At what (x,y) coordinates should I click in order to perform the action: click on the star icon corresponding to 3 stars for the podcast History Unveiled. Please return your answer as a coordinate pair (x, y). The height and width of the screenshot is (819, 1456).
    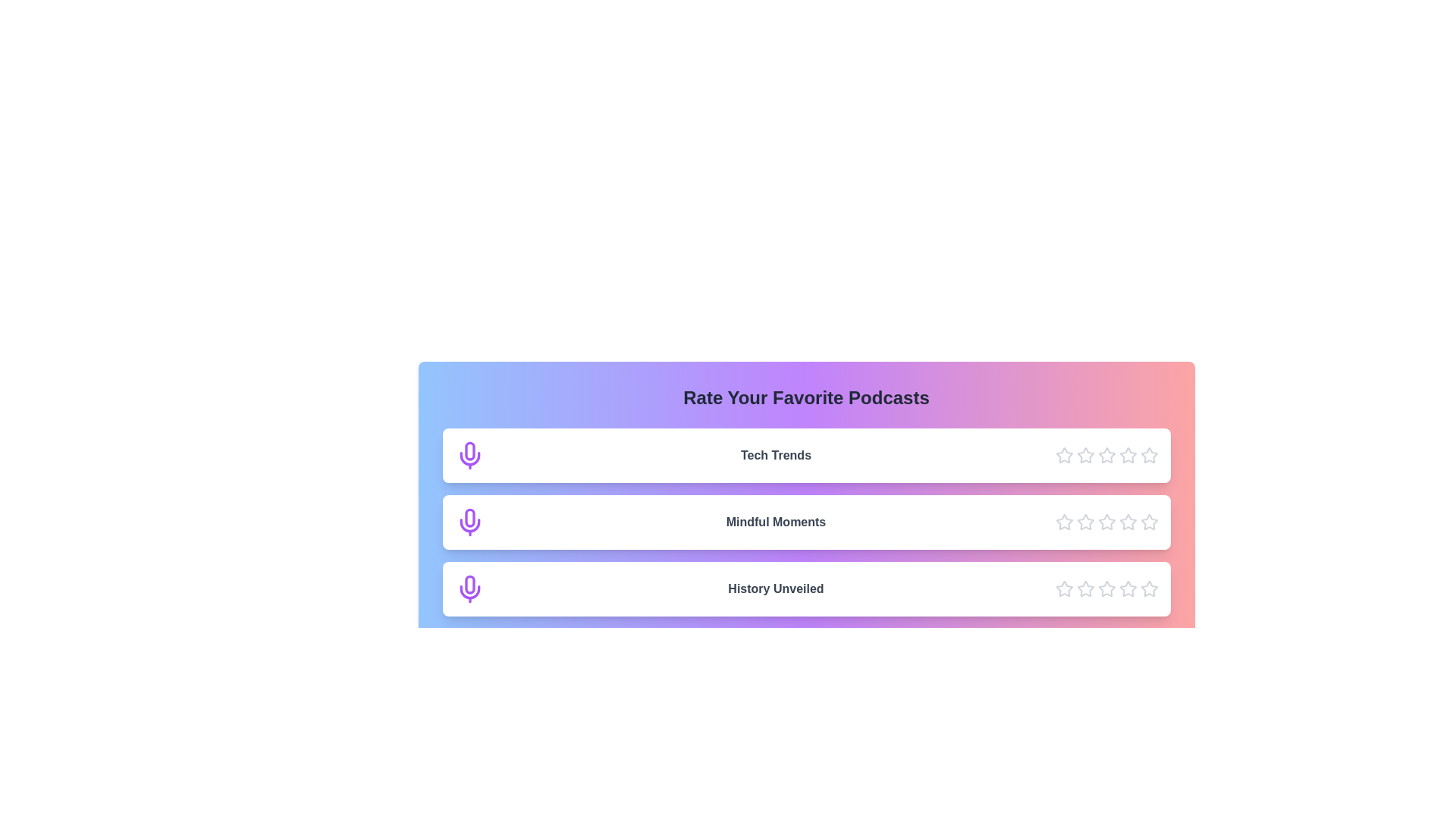
    Looking at the image, I should click on (1106, 588).